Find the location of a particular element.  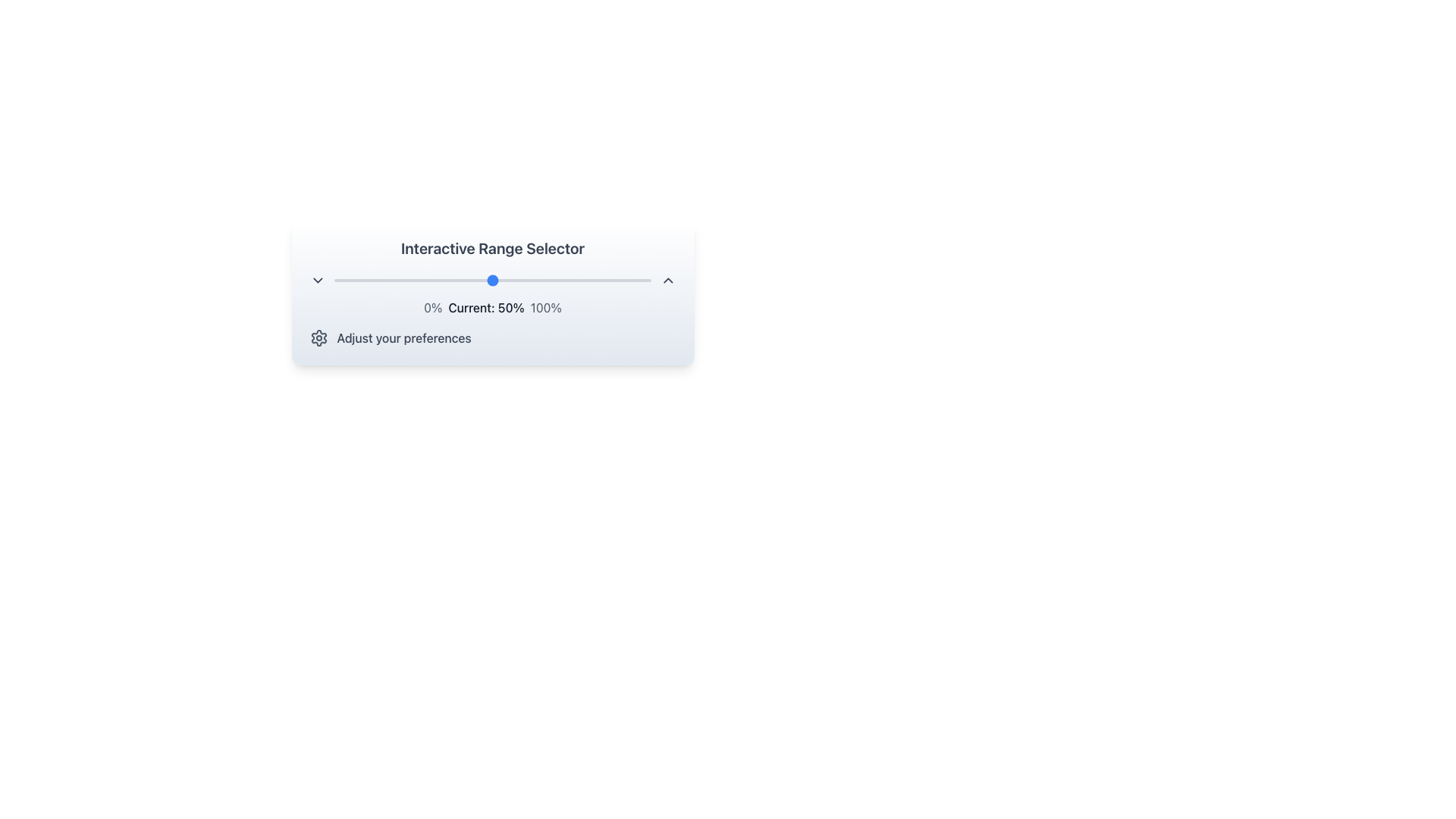

the text label that reads 'Current: 50%', which is positioned between the '0%' and '100%' labels above the horizontal slider in an Interactive Range Selector is located at coordinates (486, 307).